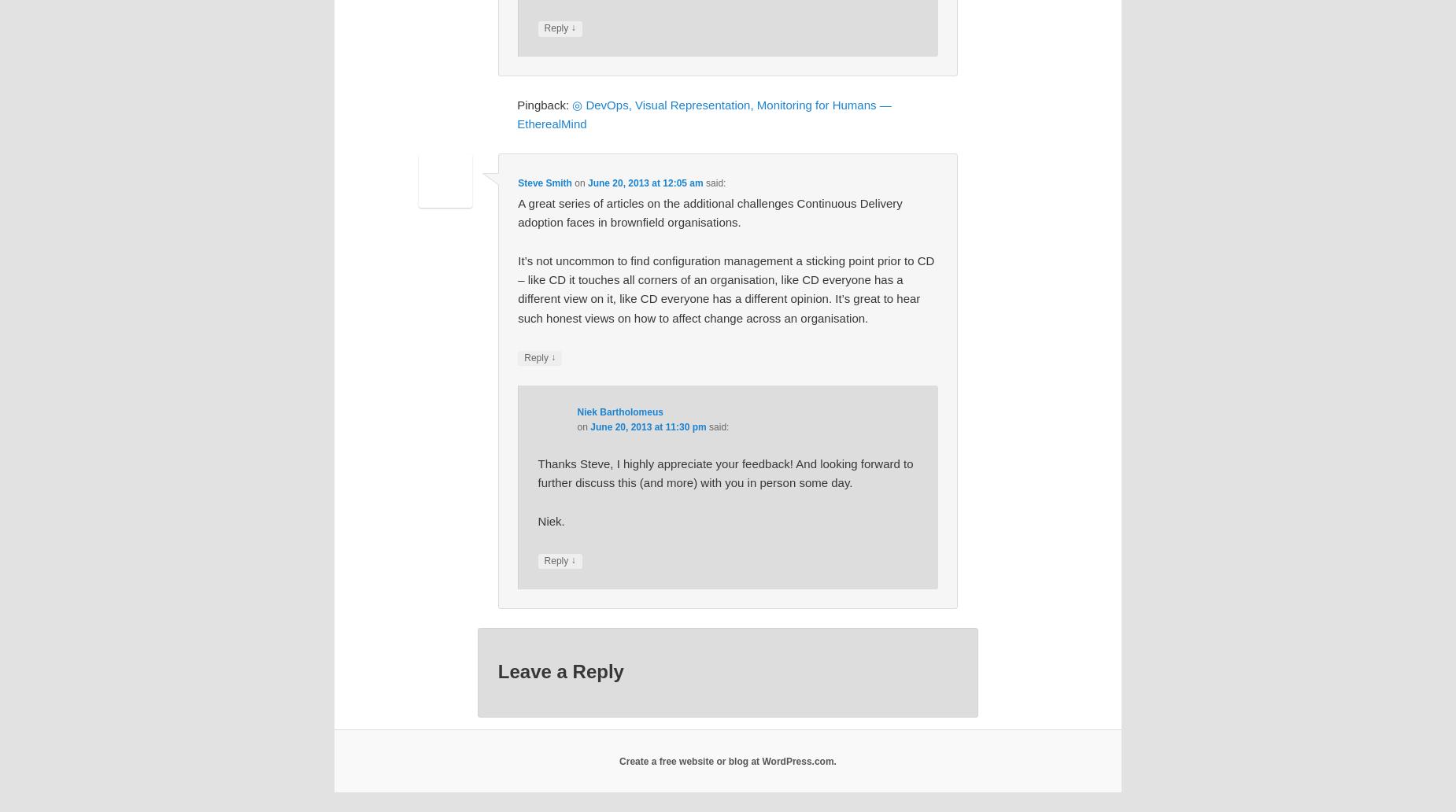 This screenshot has width=1456, height=812. What do you see at coordinates (545, 183) in the screenshot?
I see `'Steve Smith'` at bounding box center [545, 183].